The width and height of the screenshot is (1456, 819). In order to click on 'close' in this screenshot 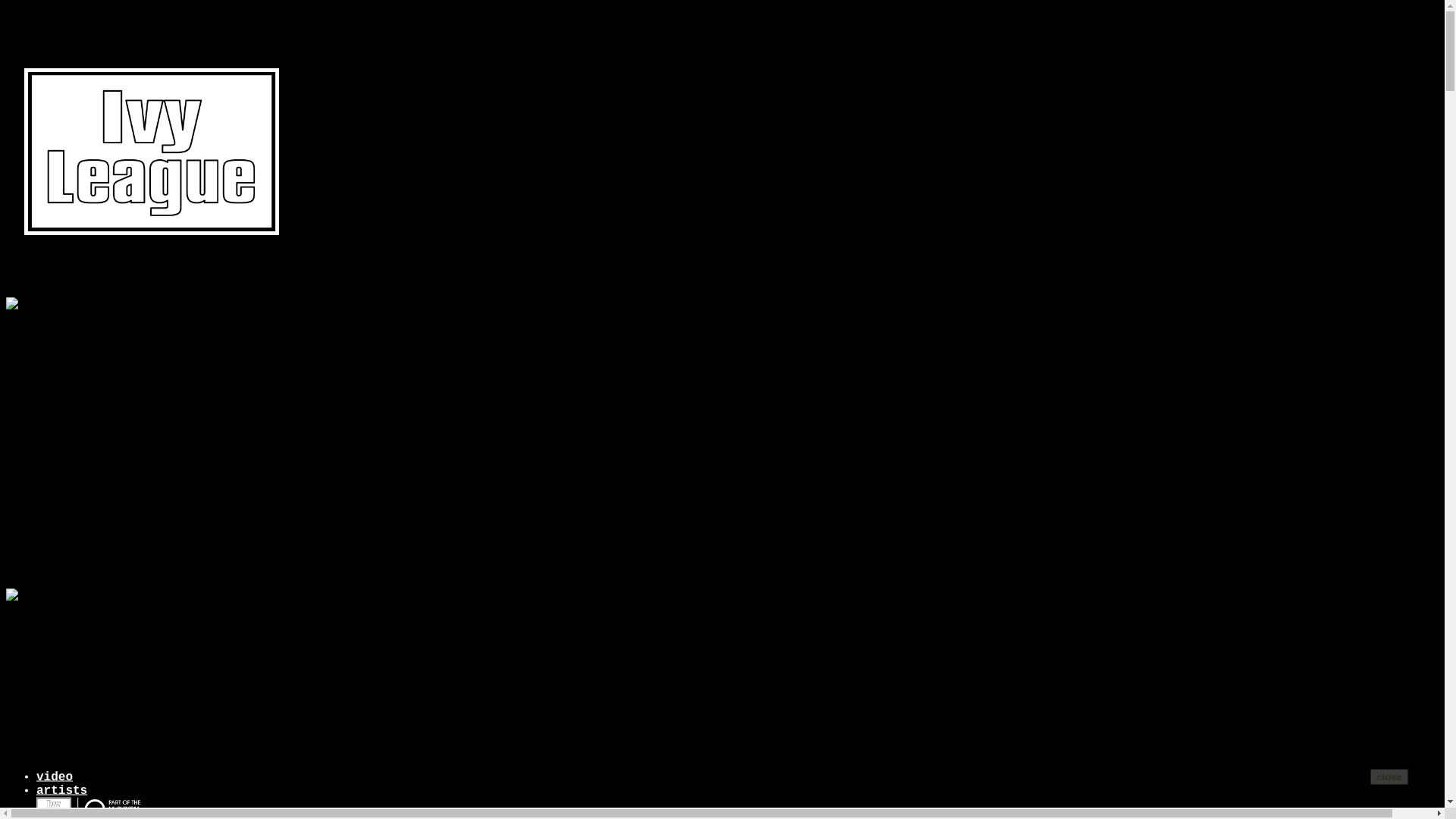, I will do `click(1370, 777)`.